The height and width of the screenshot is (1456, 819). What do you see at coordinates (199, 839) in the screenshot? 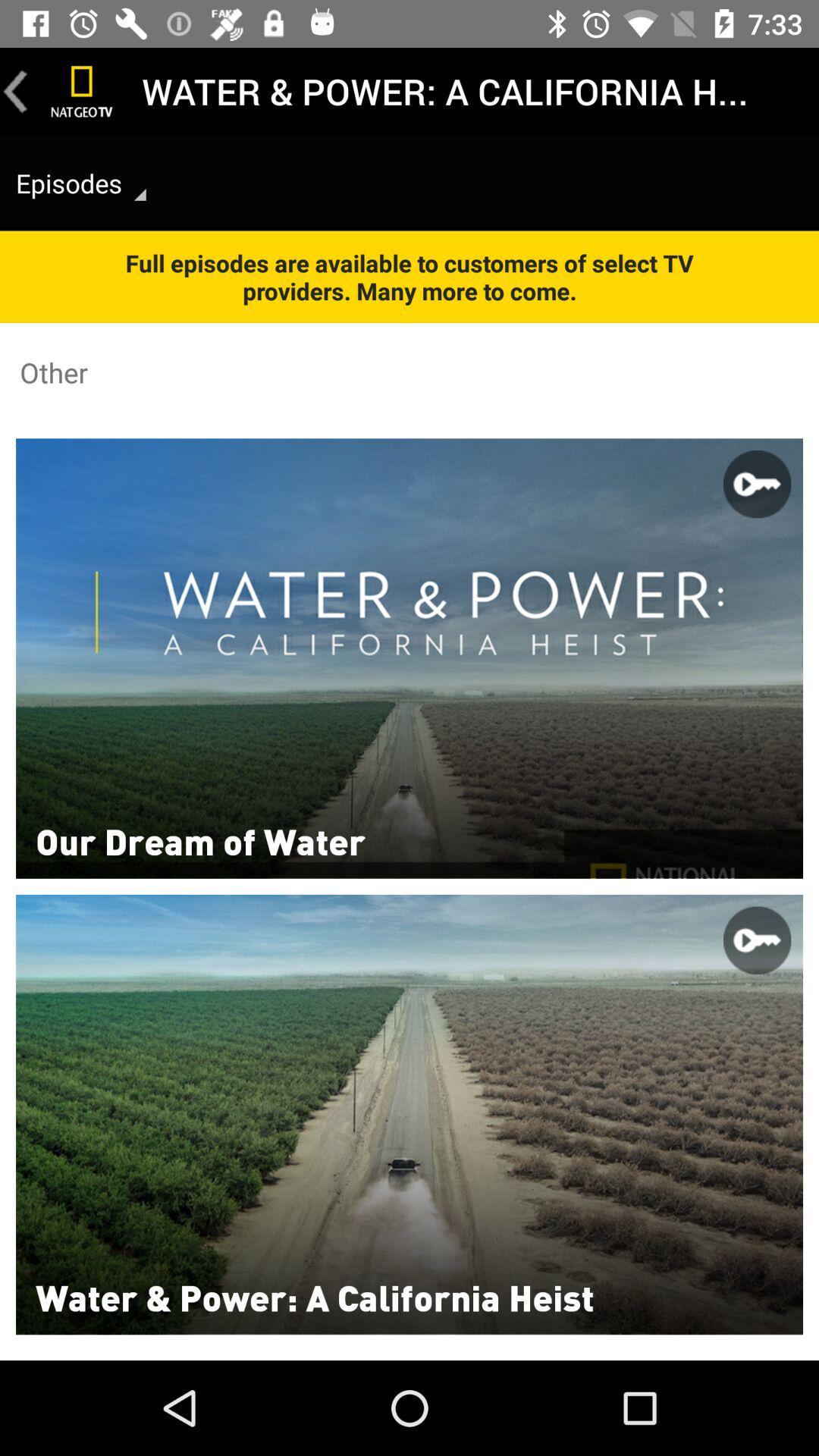
I see `item on the left` at bounding box center [199, 839].